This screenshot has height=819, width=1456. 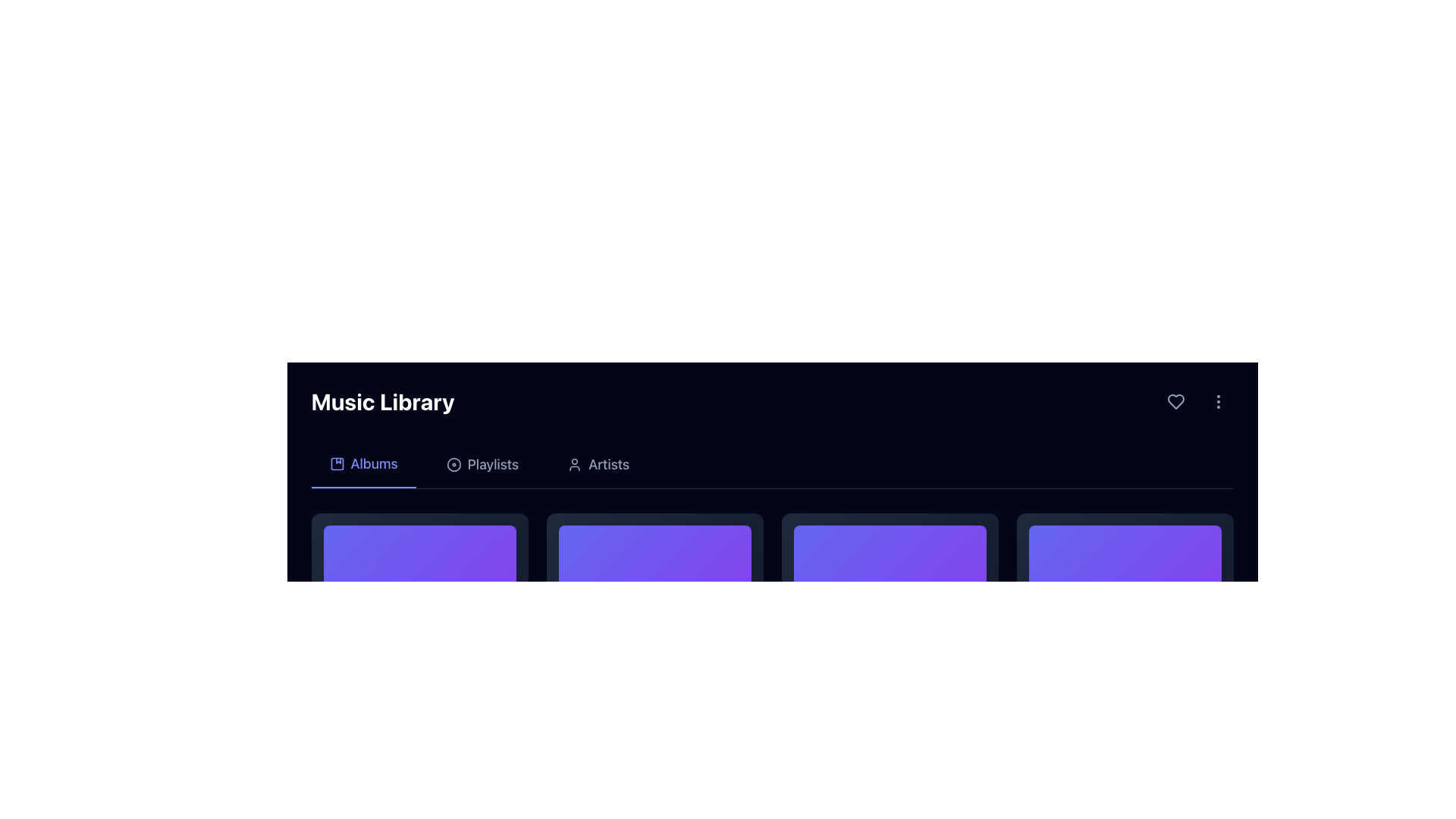 What do you see at coordinates (453, 464) in the screenshot?
I see `the circular icon located in the 'Playlists' section of the navigation bar, positioned to the left of the 'Playlists' label` at bounding box center [453, 464].